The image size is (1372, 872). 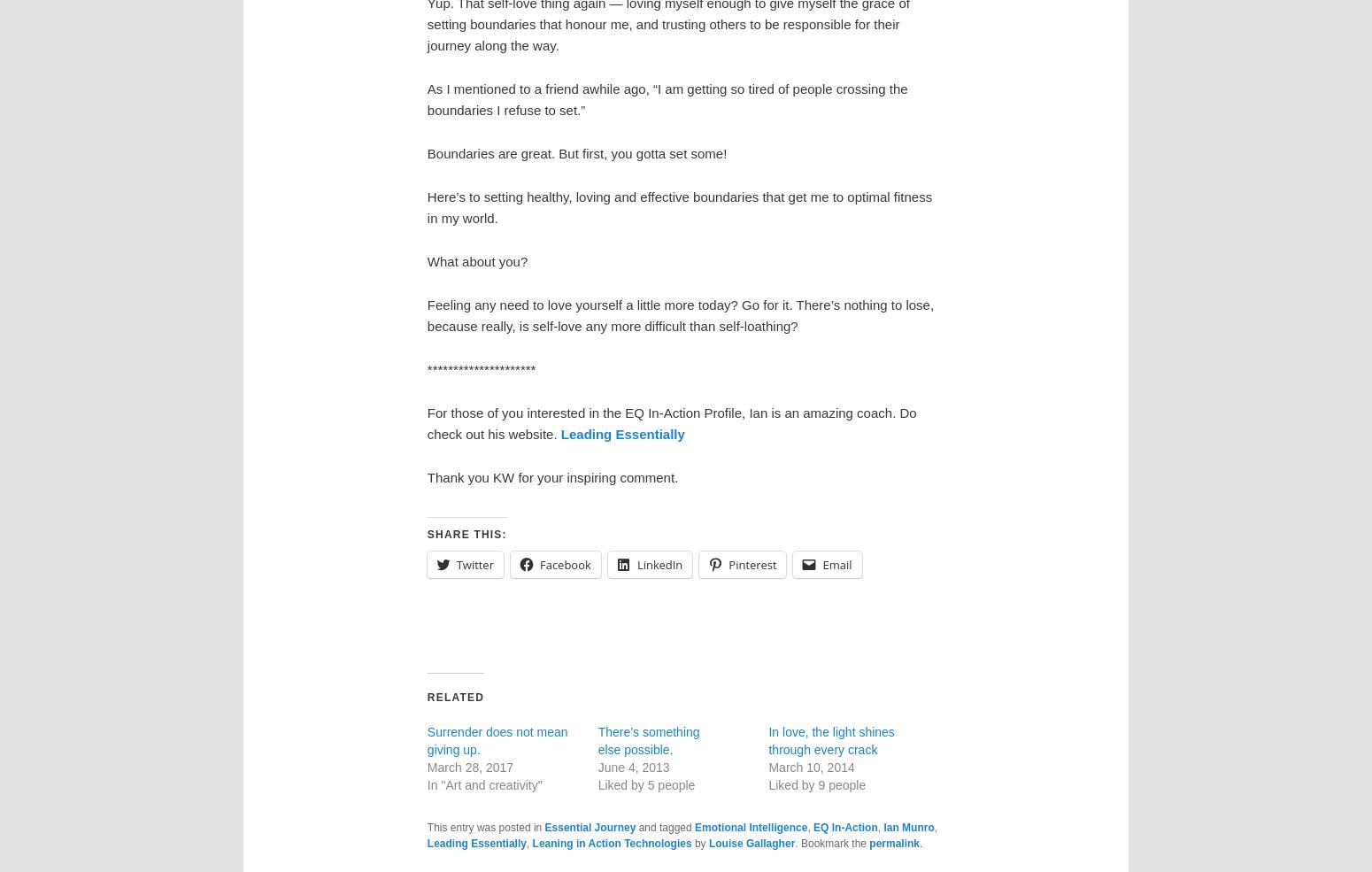 What do you see at coordinates (667, 99) in the screenshot?
I see `'As I mentioned to a friend awhile ago, “I am getting so tired of people crossing the boundaries I refuse to set.”'` at bounding box center [667, 99].